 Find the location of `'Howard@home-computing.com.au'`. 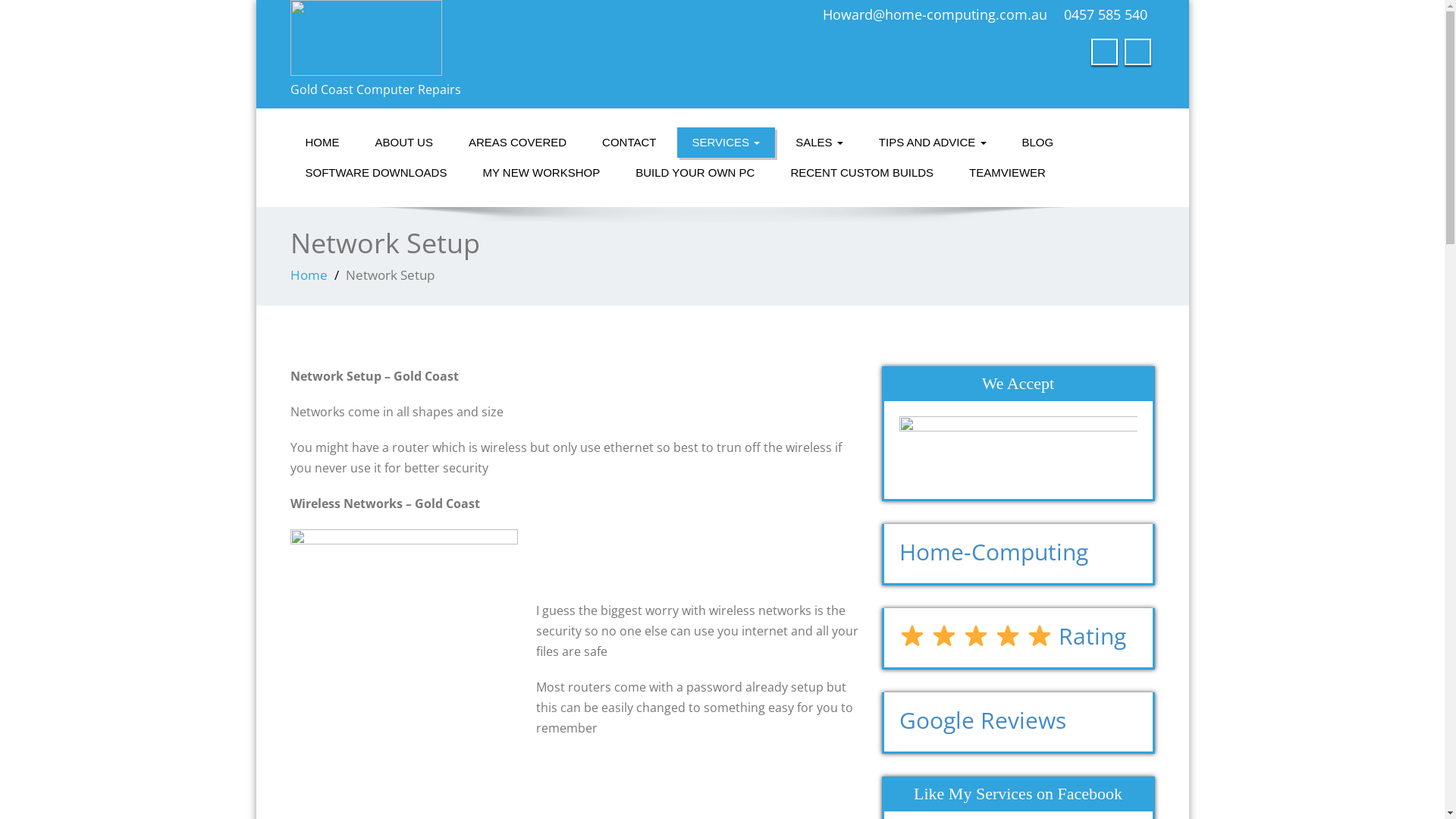

'Howard@home-computing.com.au' is located at coordinates (934, 14).